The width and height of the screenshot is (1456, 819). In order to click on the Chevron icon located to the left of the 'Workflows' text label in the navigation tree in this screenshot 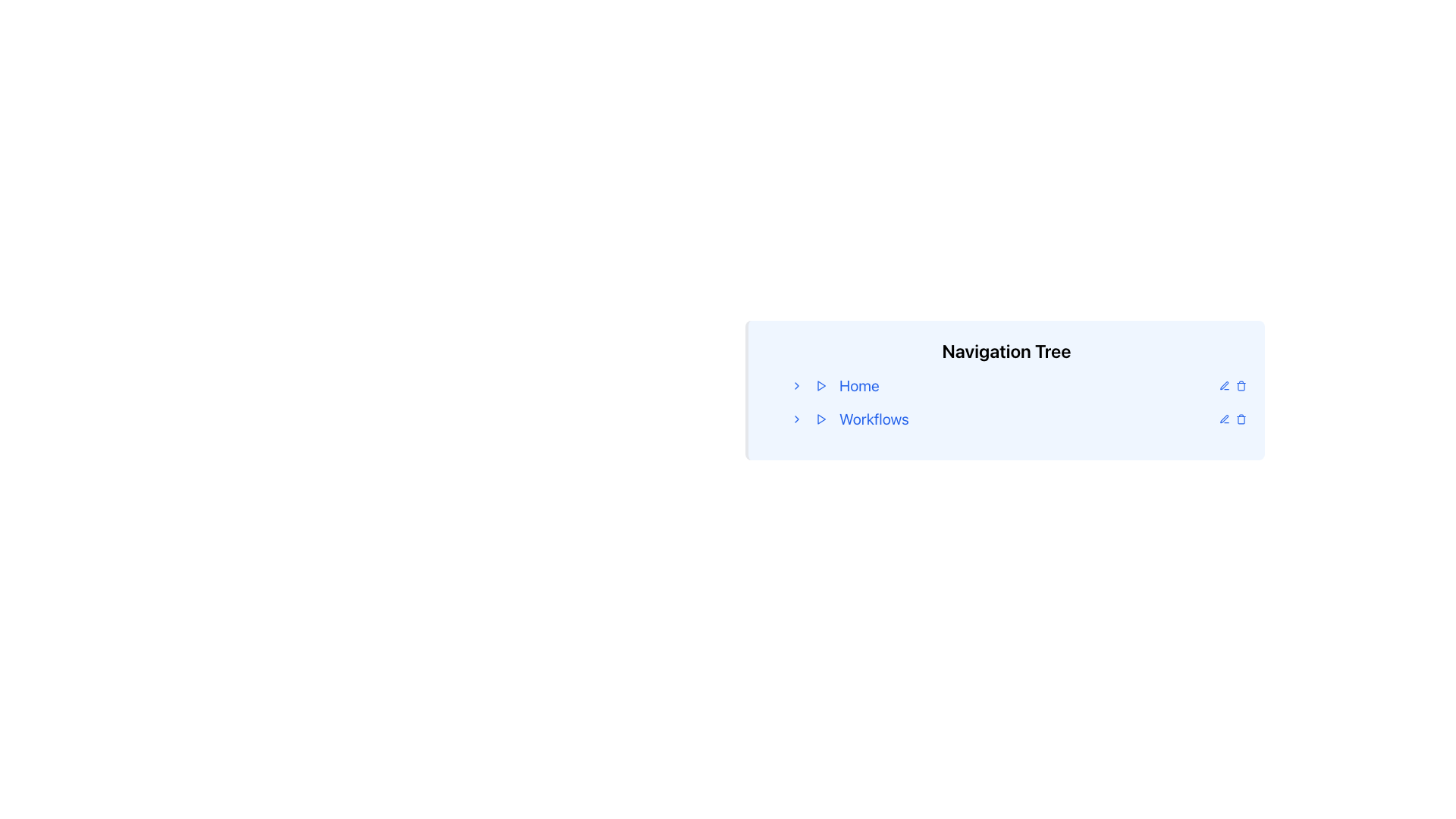, I will do `click(796, 419)`.